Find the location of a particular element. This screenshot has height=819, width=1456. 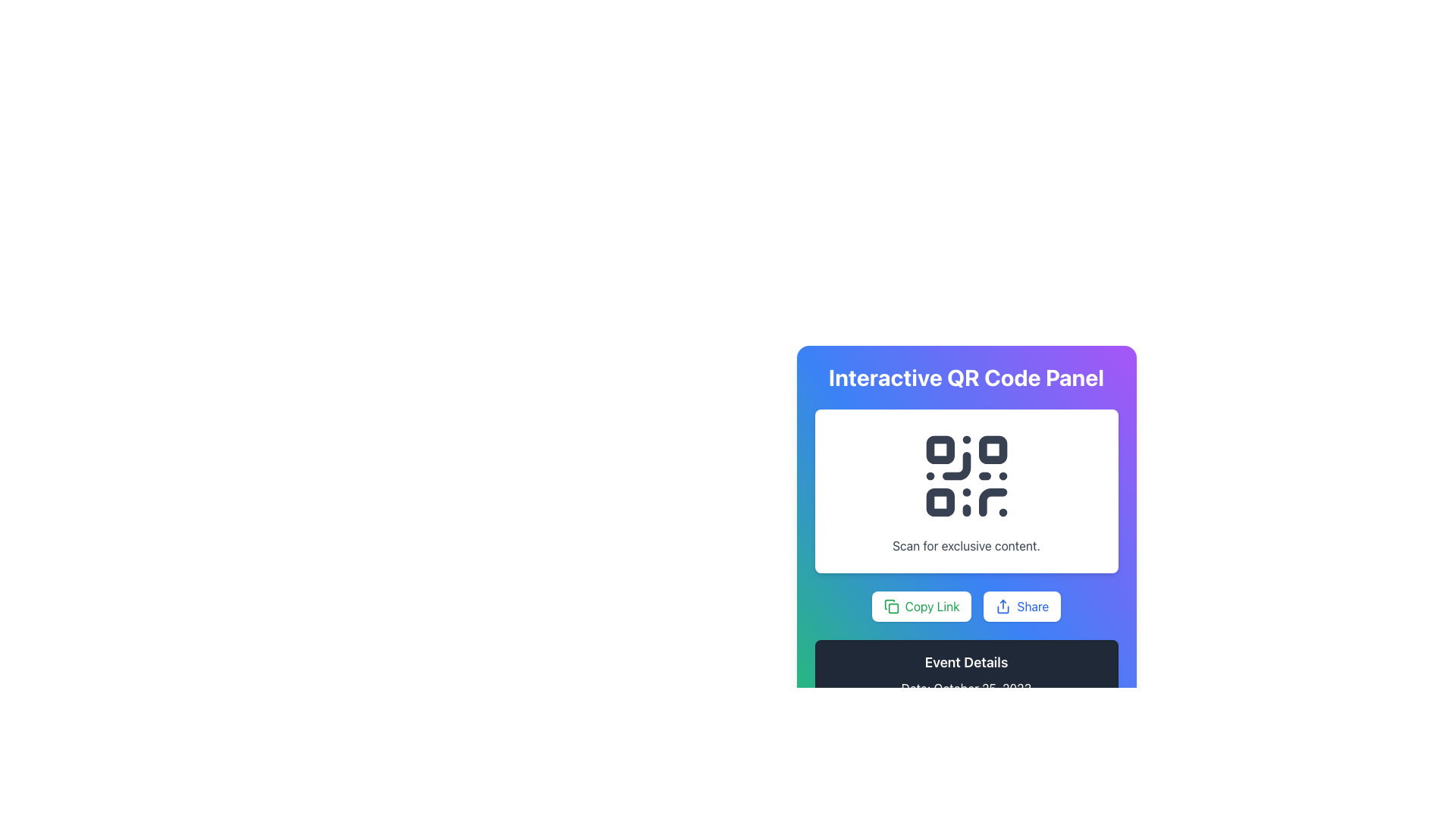

the icon that visually reinforces the function of the 'Copy Link' button located in the left section of the button below a QR code on a colorful gradient card is located at coordinates (891, 605).